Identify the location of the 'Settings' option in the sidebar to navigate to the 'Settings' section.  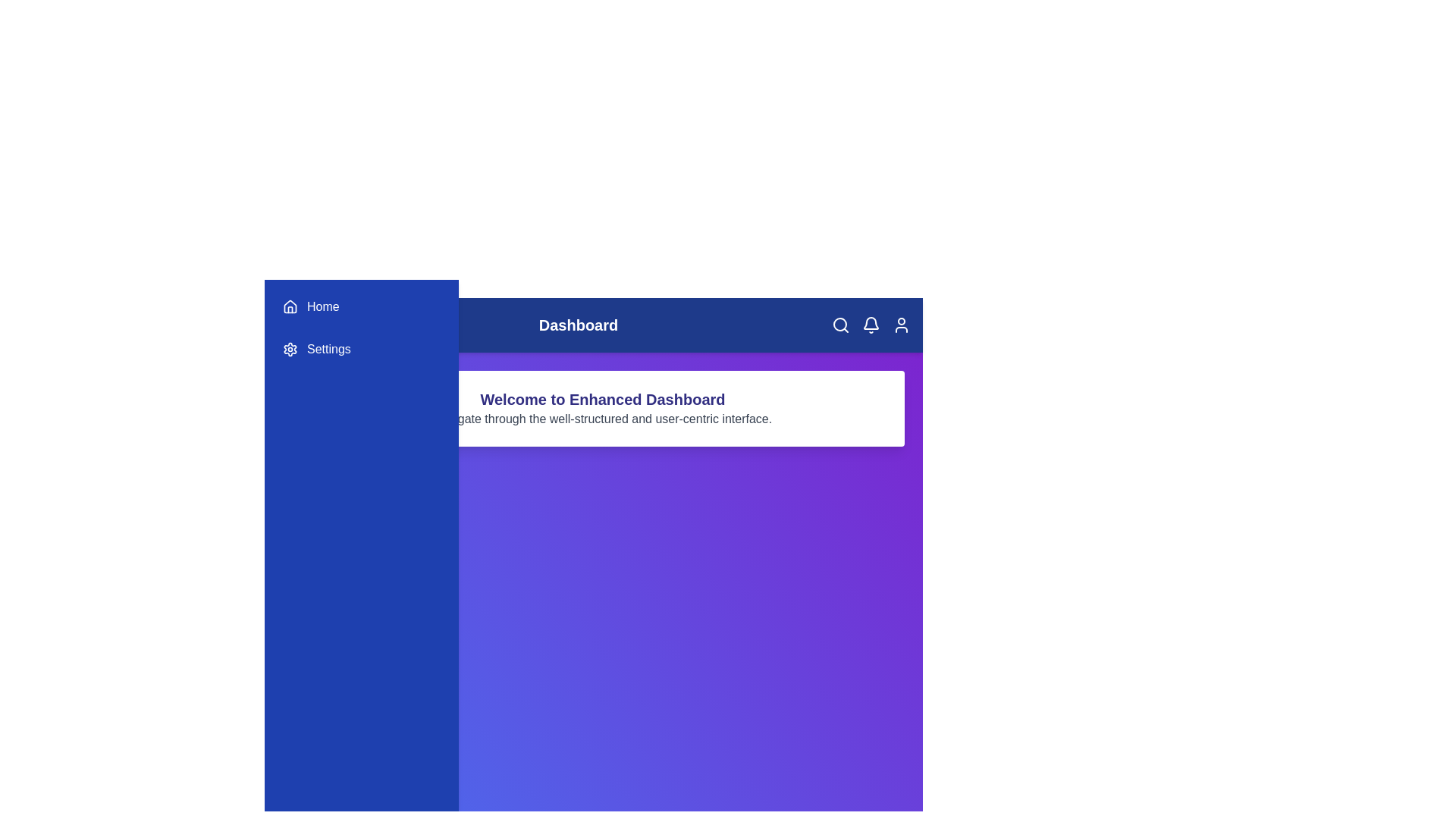
(360, 350).